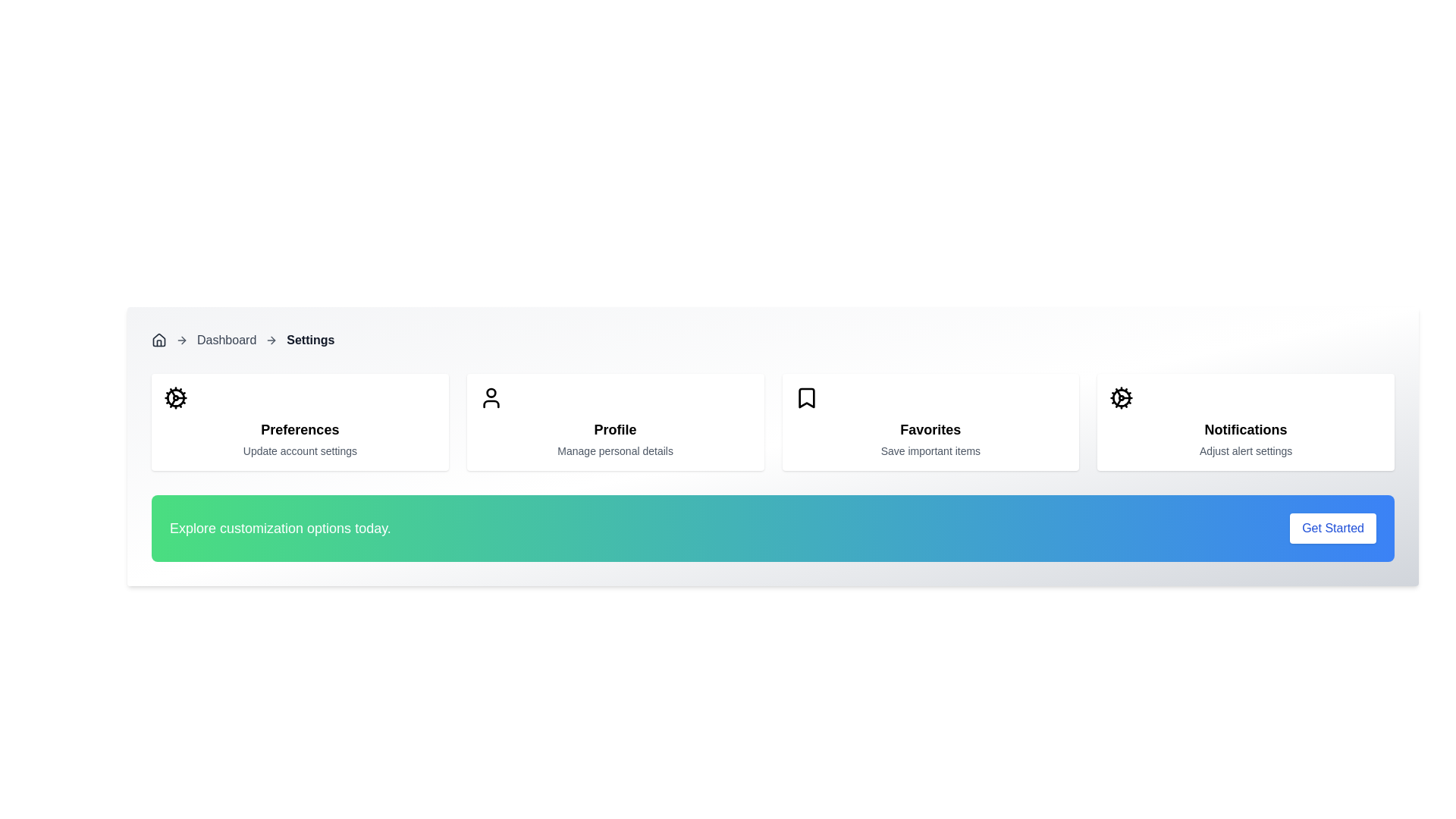  I want to click on the navigation icon located at the far left of the breadcrumb navigation bar, so click(159, 339).